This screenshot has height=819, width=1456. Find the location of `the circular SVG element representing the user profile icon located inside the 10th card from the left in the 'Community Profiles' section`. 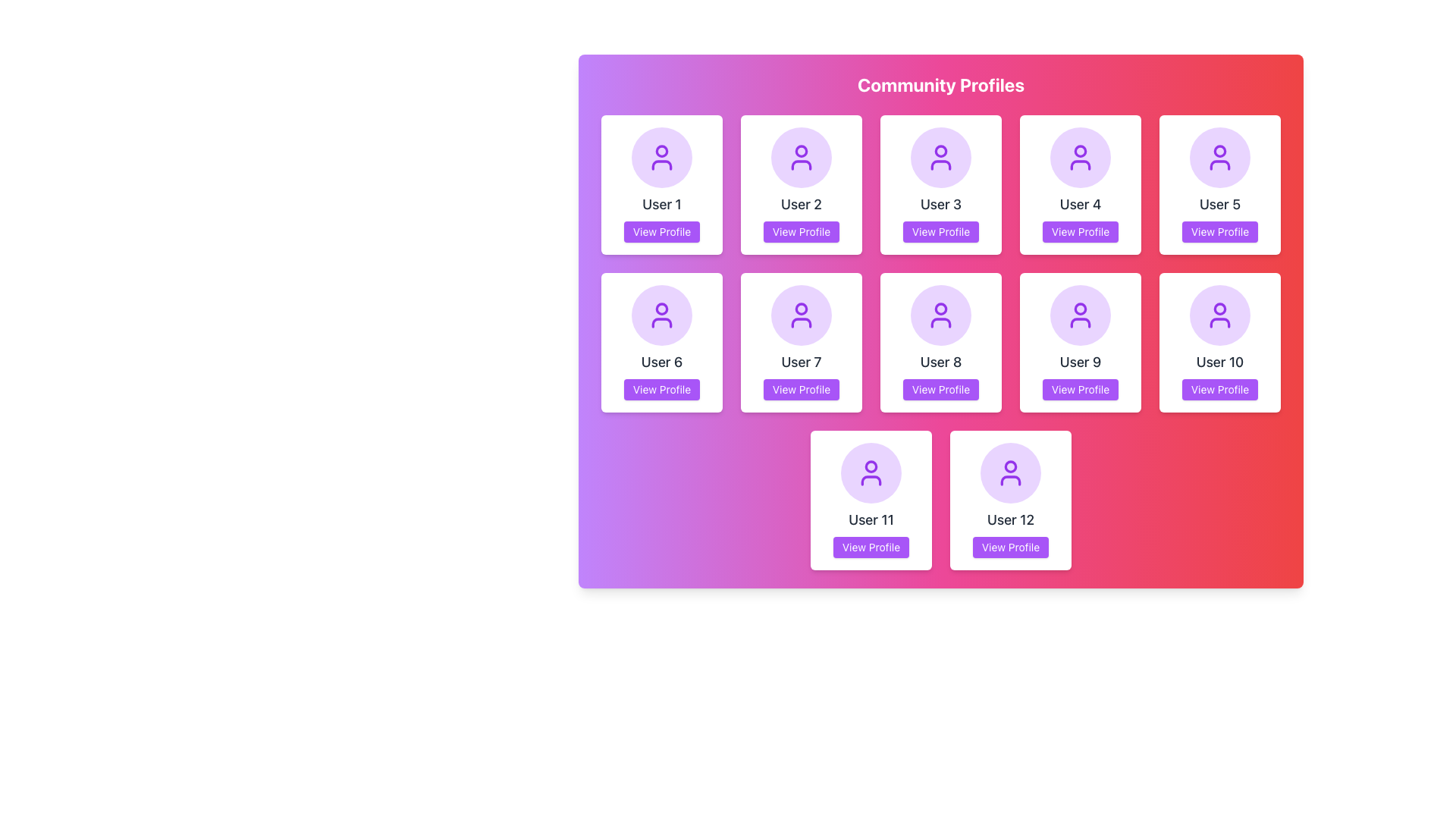

the circular SVG element representing the user profile icon located inside the 10th card from the left in the 'Community Profiles' section is located at coordinates (1219, 308).